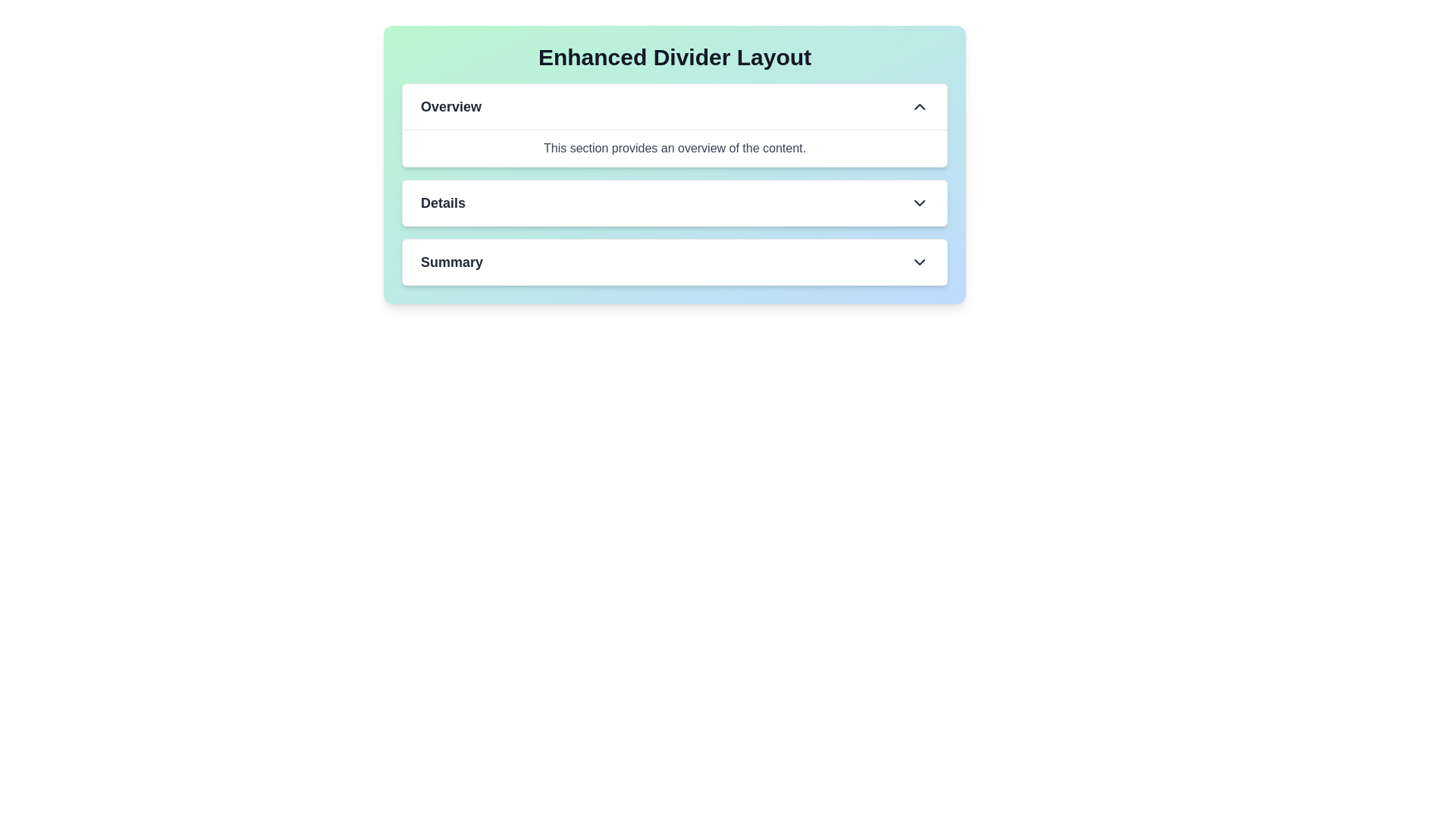  I want to click on informational text block that states 'This section provides an overview of the content.' It is styled with gray text and appears below the 'Overview' header, so click(673, 148).